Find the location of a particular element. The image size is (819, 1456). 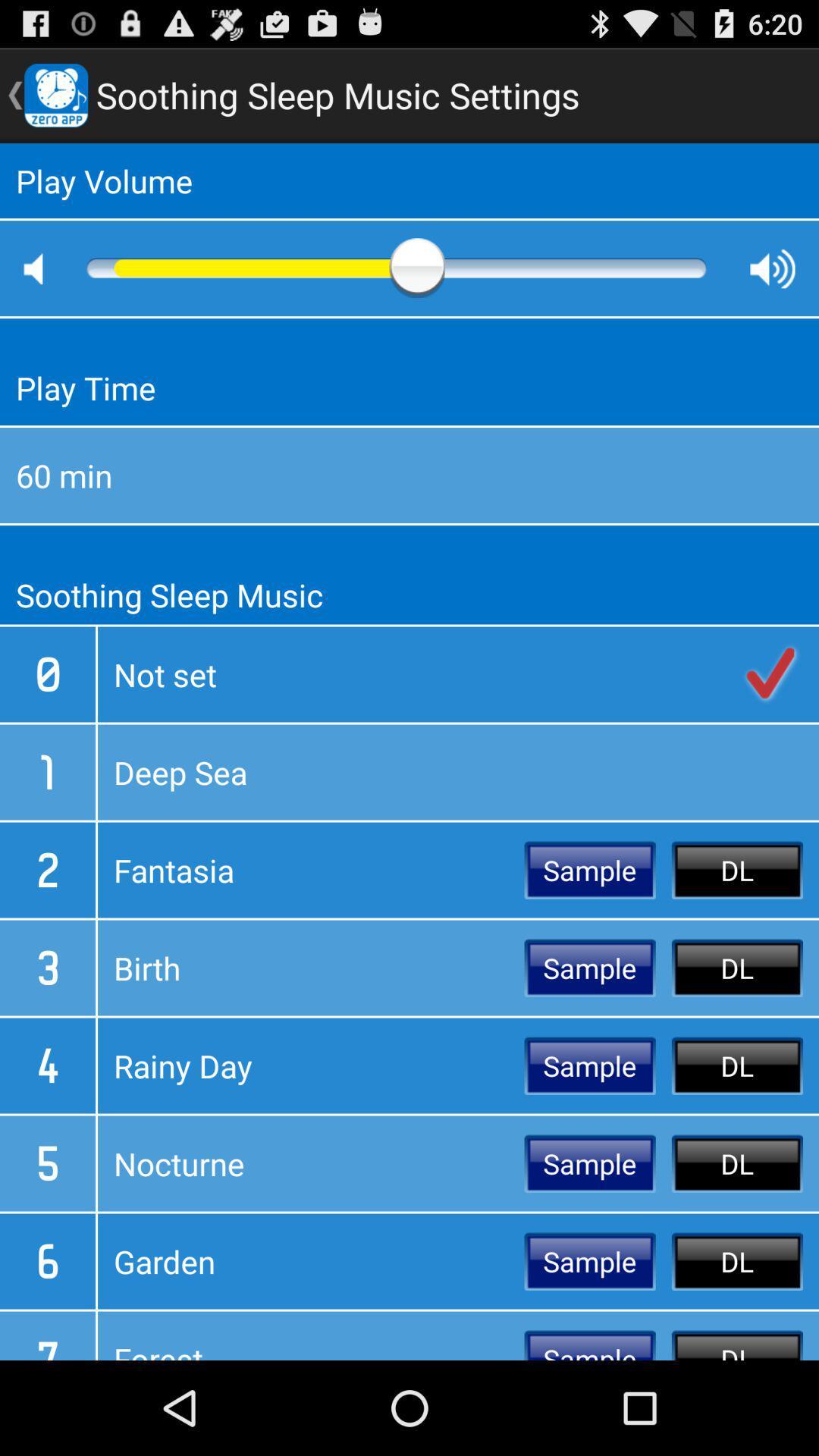

icon to the left of sample icon is located at coordinates (310, 870).